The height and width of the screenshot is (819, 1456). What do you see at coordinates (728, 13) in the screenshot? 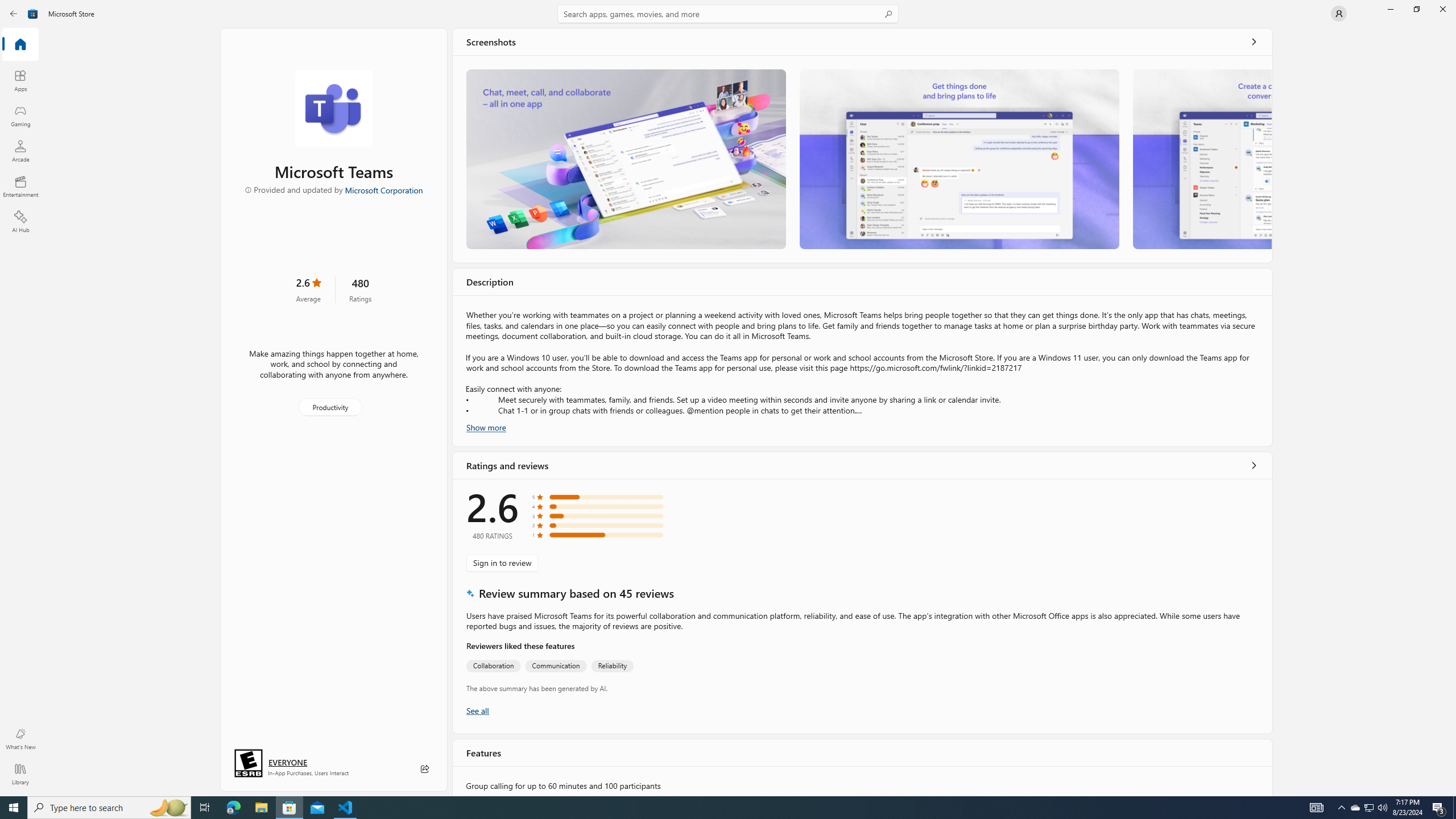
I see `'Search'` at bounding box center [728, 13].